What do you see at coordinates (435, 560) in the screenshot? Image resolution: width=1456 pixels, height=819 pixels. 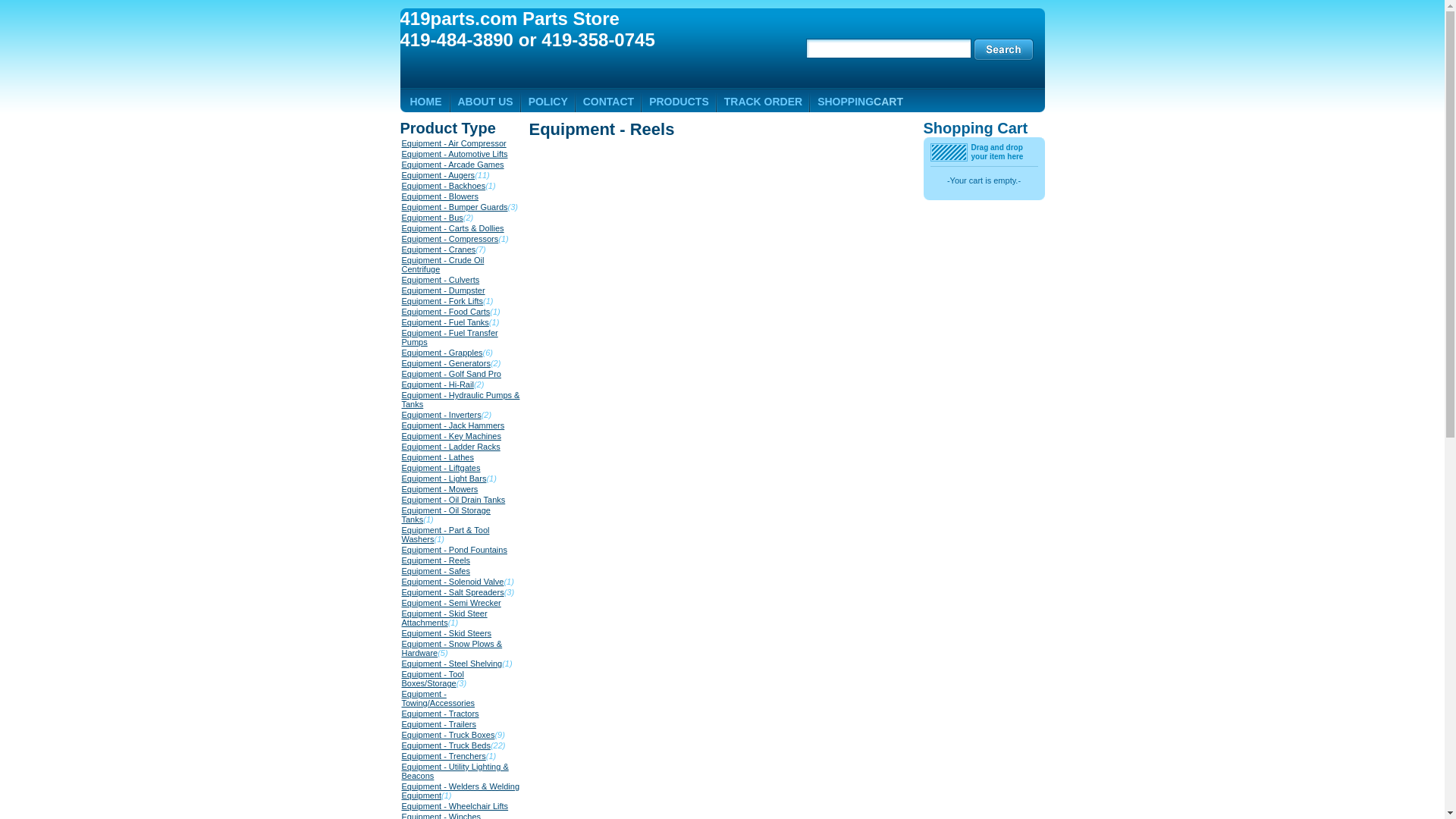 I see `'Equipment - Reels'` at bounding box center [435, 560].